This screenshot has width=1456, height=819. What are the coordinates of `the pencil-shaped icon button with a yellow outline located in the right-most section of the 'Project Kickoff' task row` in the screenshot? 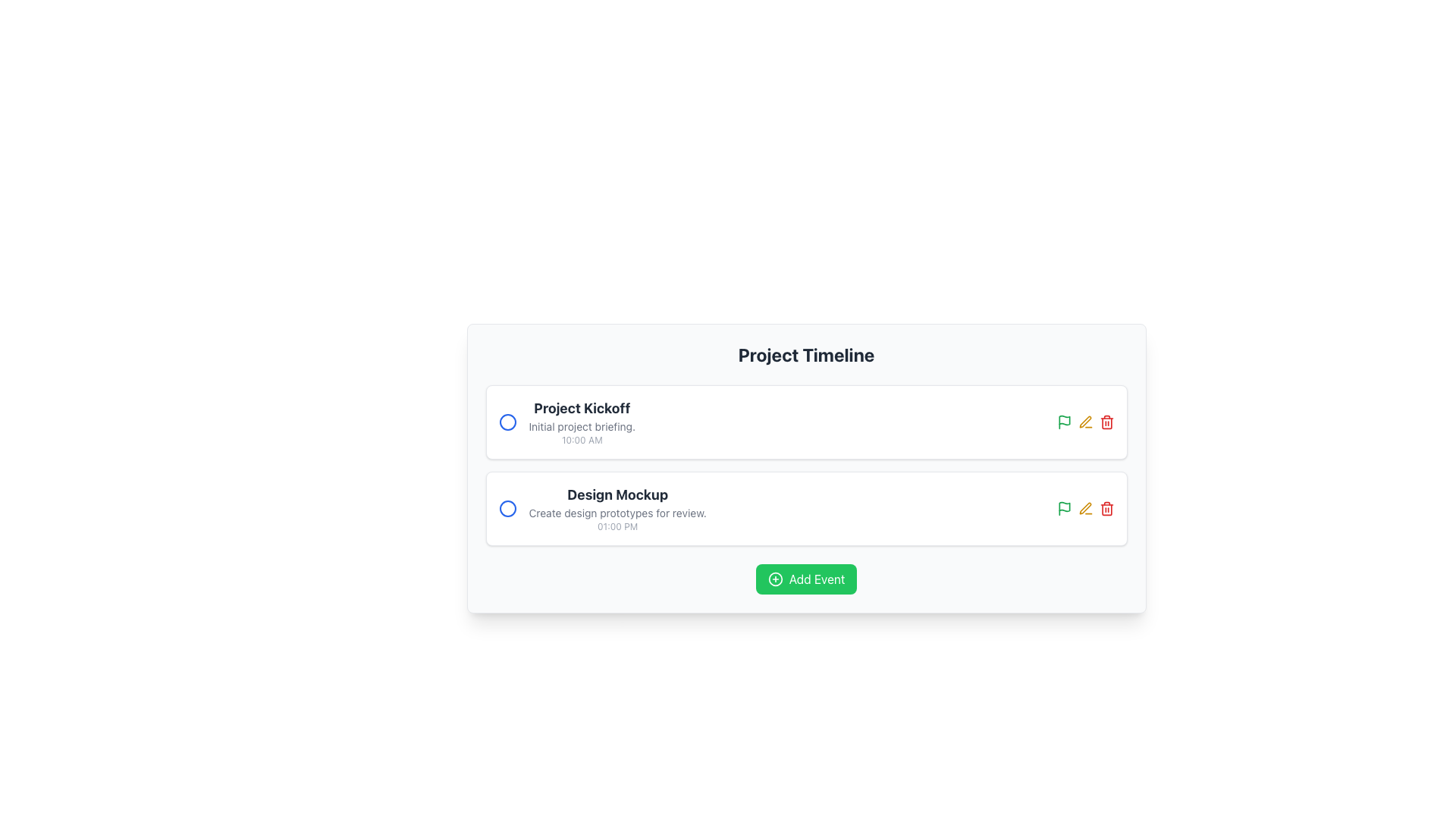 It's located at (1084, 422).